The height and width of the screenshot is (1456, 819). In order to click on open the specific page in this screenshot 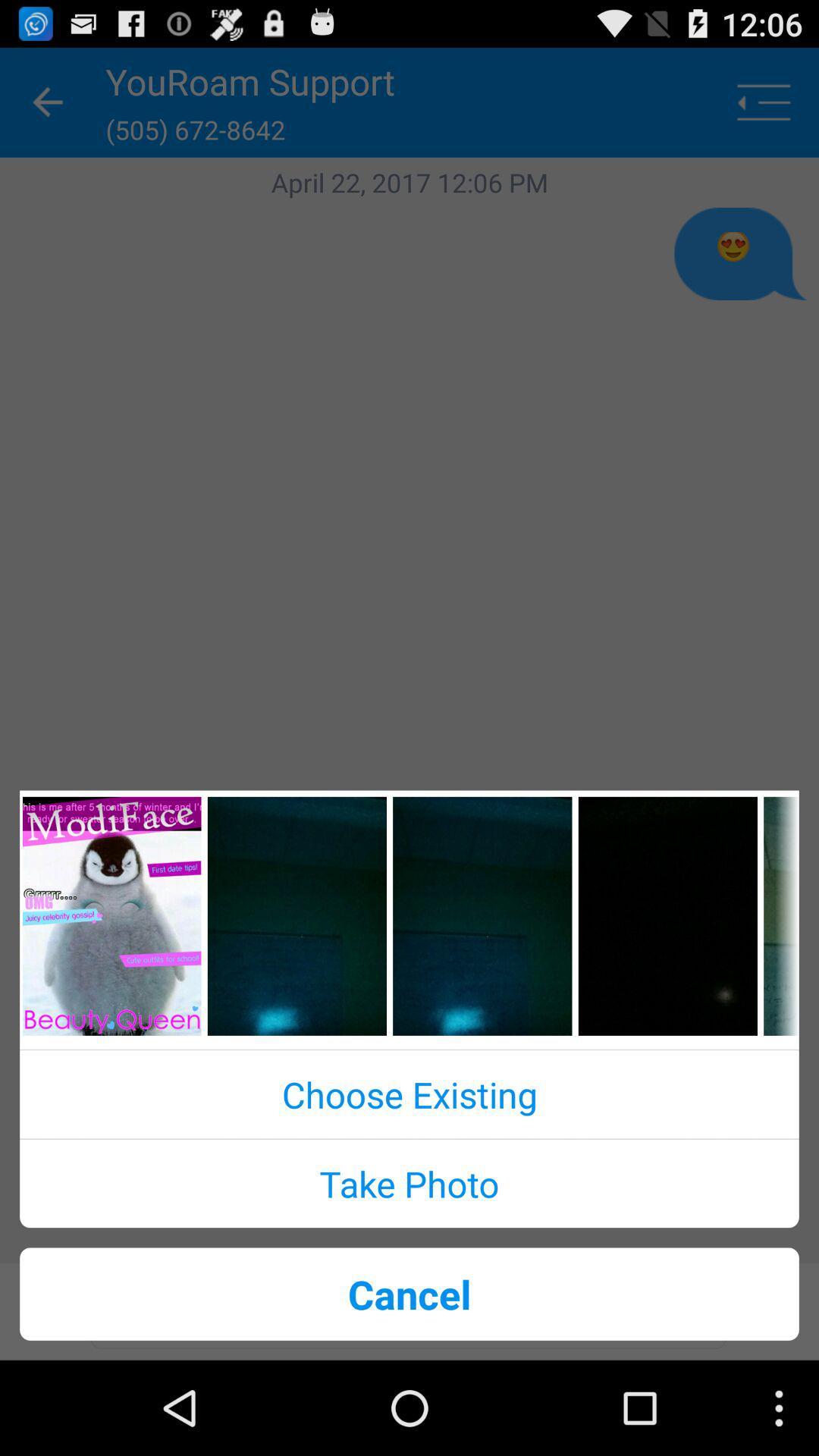, I will do `click(111, 915)`.